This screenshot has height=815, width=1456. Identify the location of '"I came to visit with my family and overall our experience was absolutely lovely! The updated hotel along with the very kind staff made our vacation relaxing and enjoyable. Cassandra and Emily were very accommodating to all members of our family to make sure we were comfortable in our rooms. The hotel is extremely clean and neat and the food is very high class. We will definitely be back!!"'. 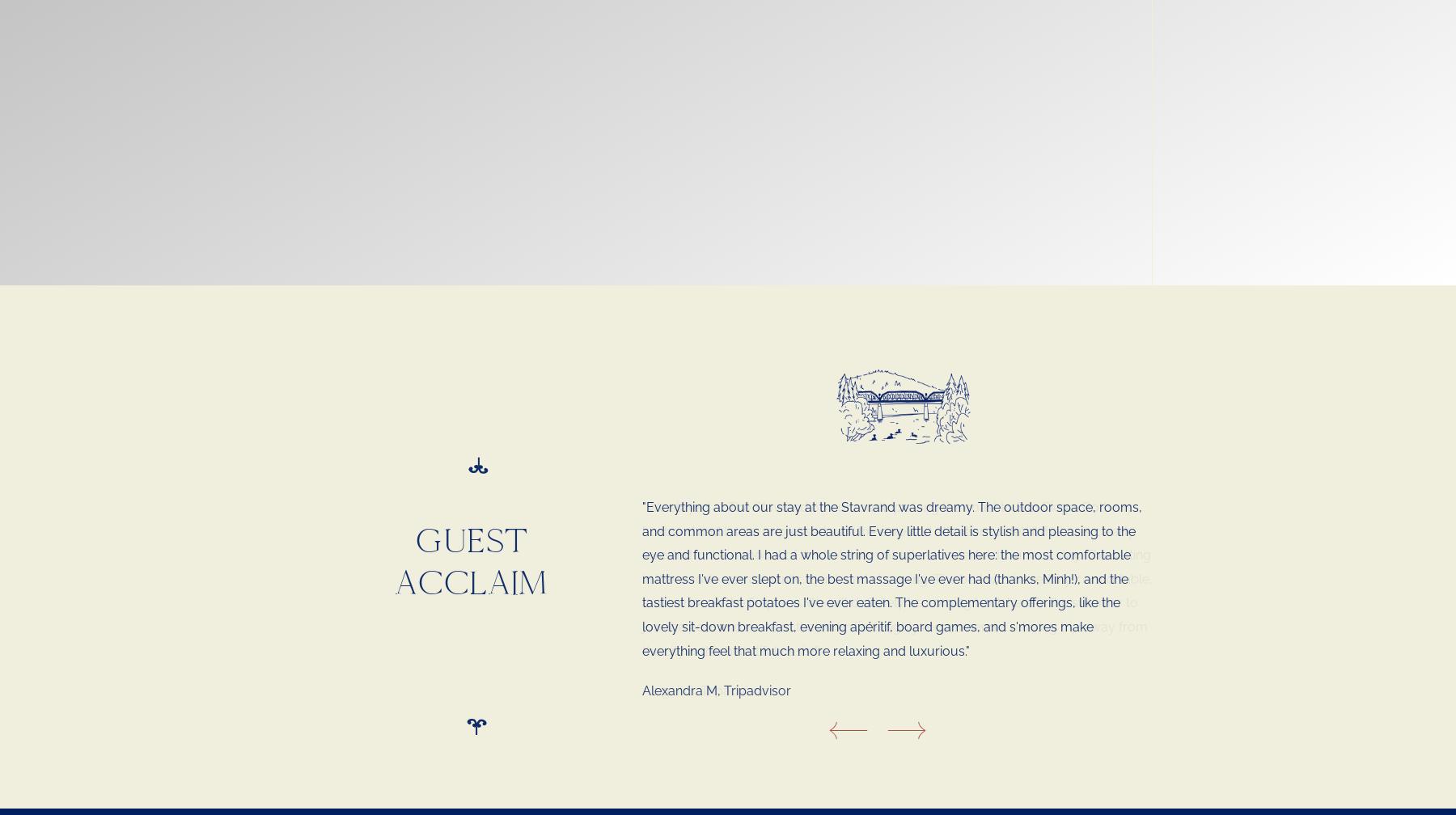
(899, 555).